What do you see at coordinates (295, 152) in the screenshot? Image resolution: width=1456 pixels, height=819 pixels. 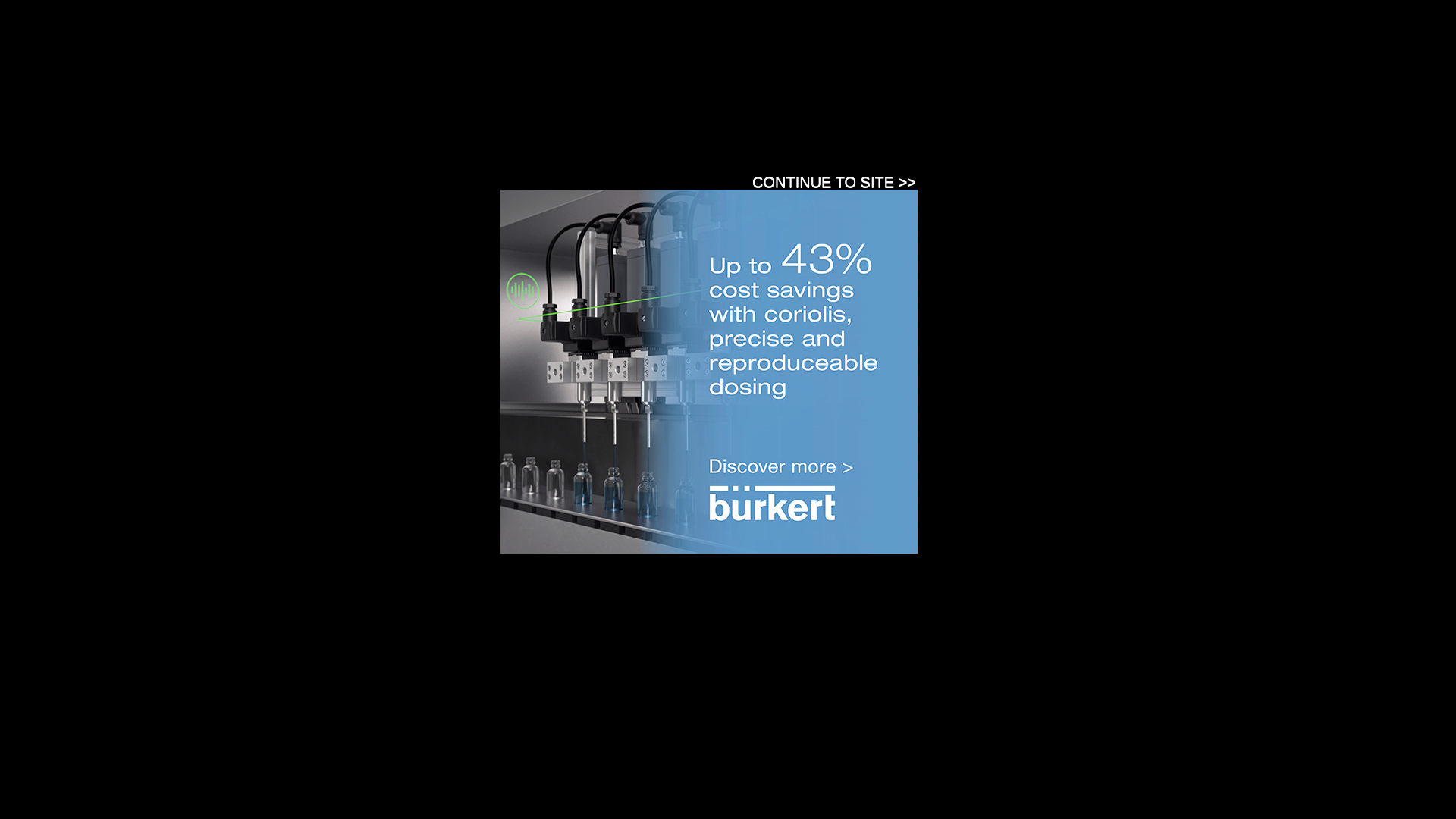 I see `'Instrumentation'` at bounding box center [295, 152].